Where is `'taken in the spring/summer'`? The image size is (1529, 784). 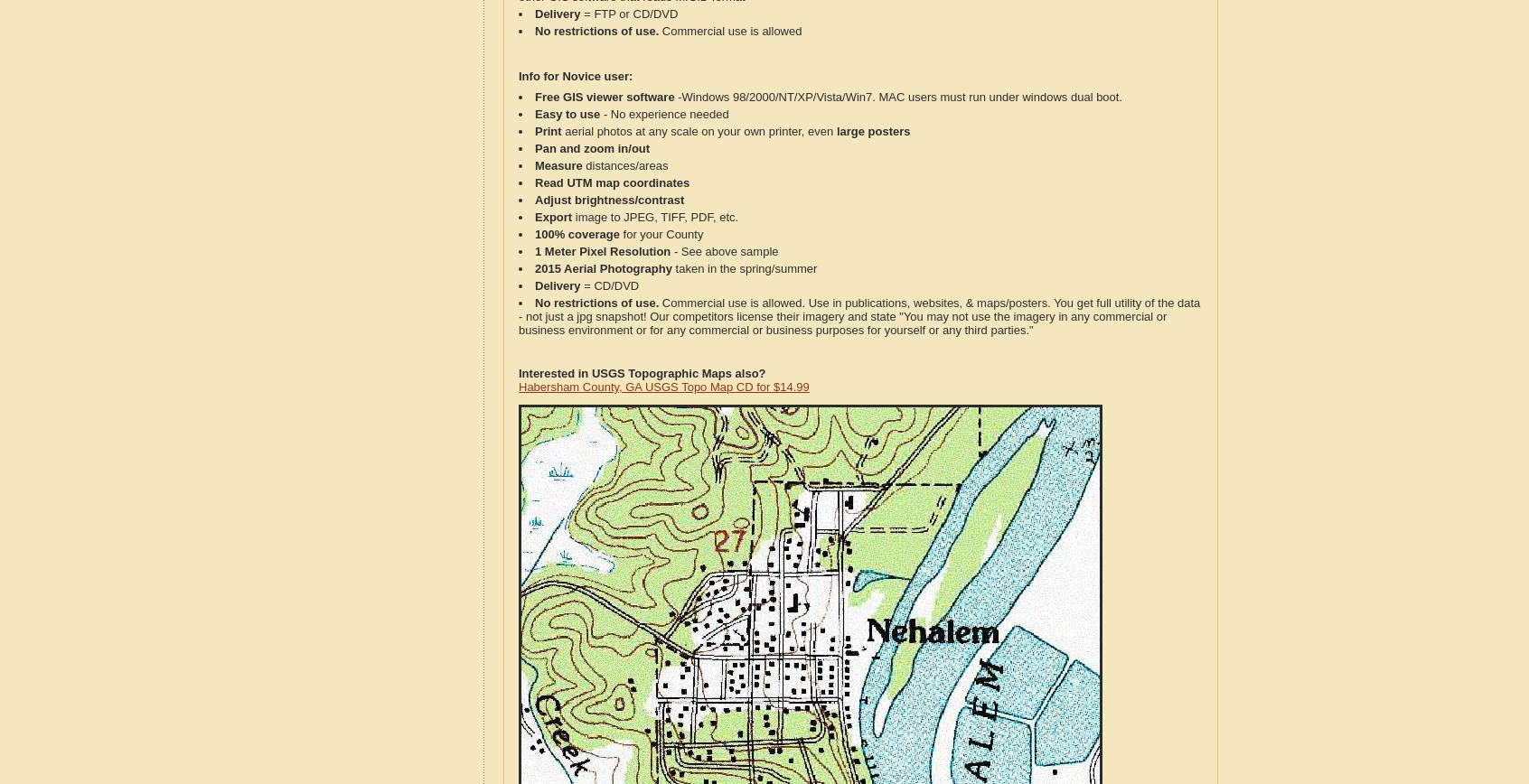
'taken in the spring/summer' is located at coordinates (670, 268).